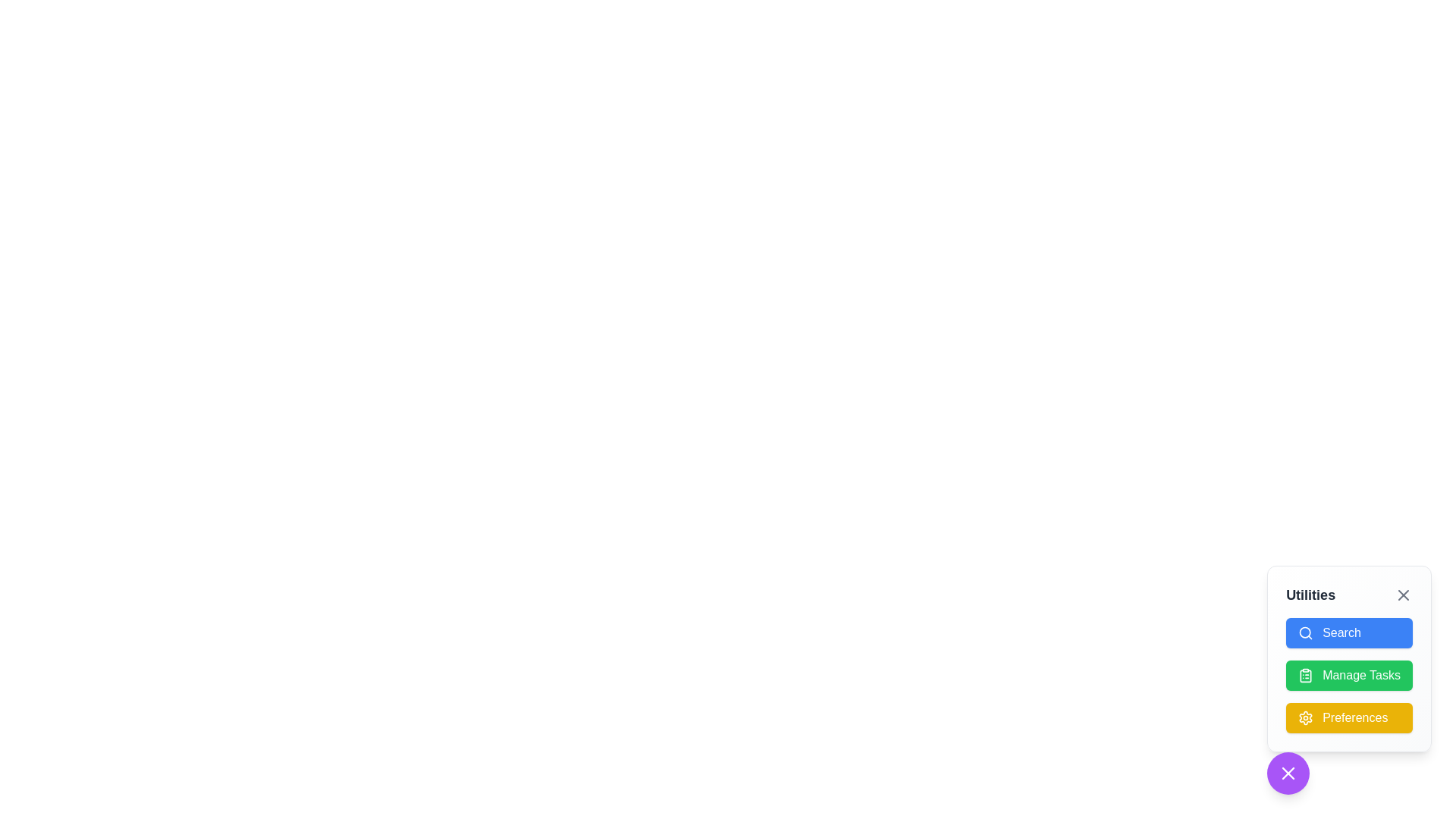 This screenshot has width=1456, height=819. I want to click on the search icon on the left side of the 'Search' button, so click(1305, 632).